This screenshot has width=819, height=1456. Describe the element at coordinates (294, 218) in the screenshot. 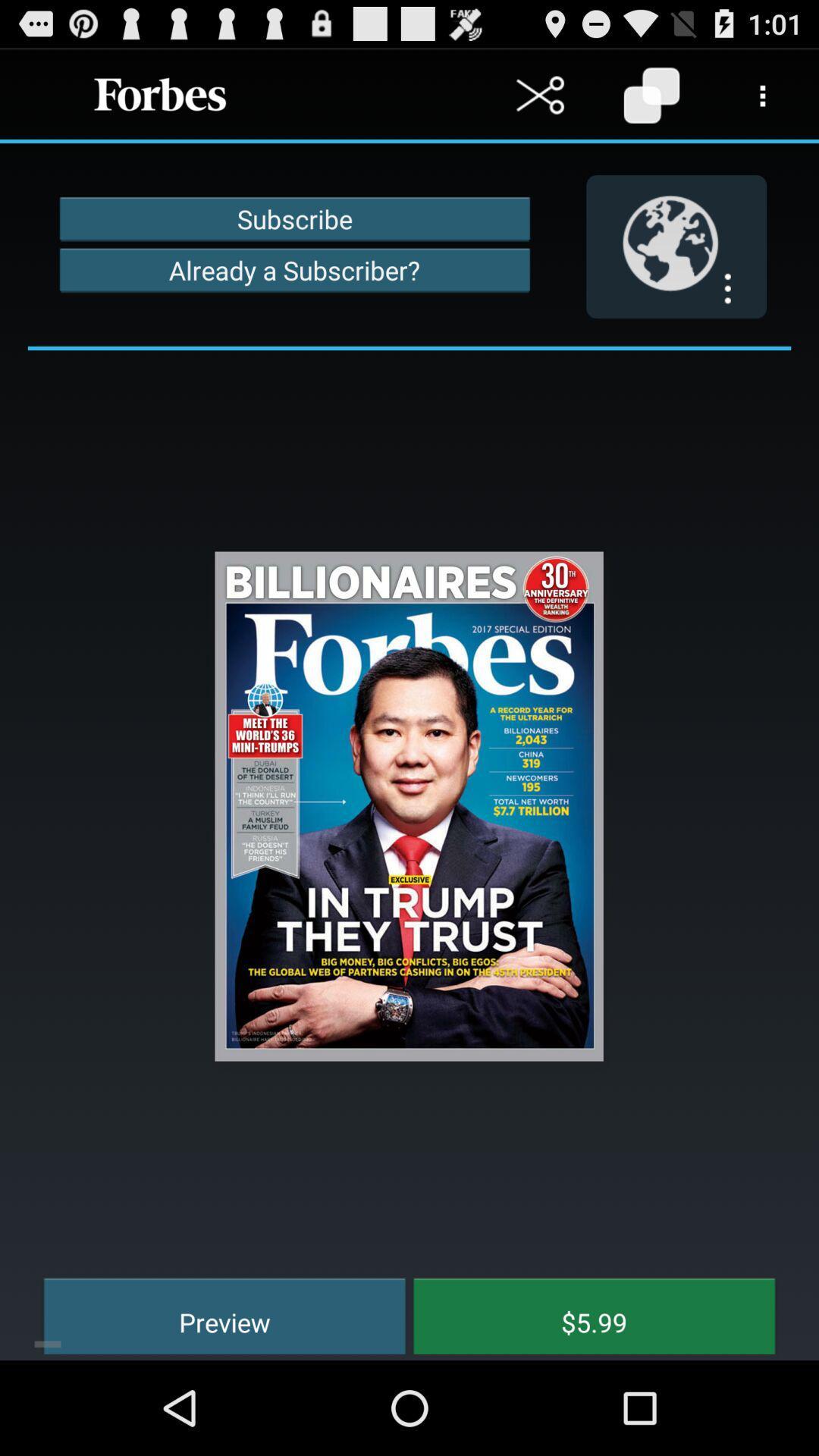

I see `subscribe` at that location.